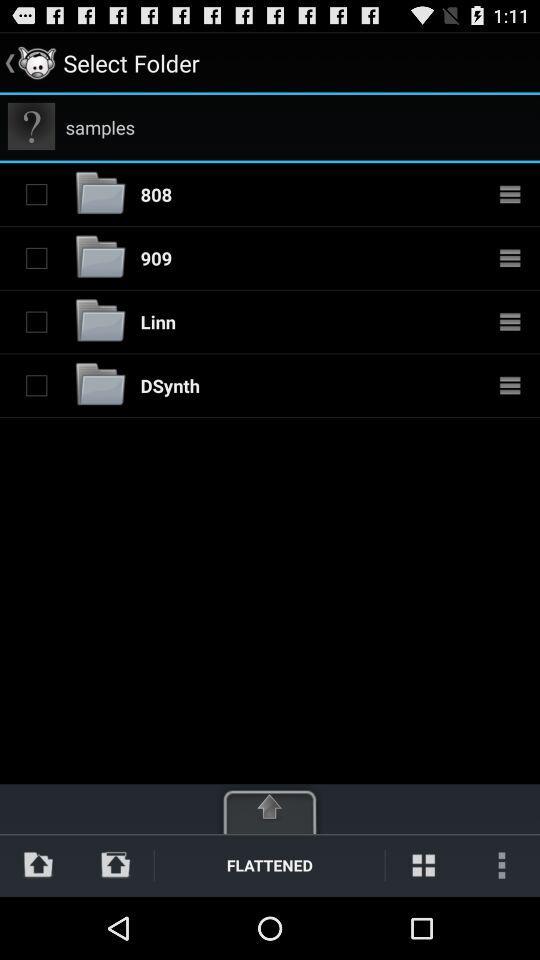 This screenshot has height=960, width=540. Describe the element at coordinates (115, 864) in the screenshot. I see `the item next to flattened` at that location.